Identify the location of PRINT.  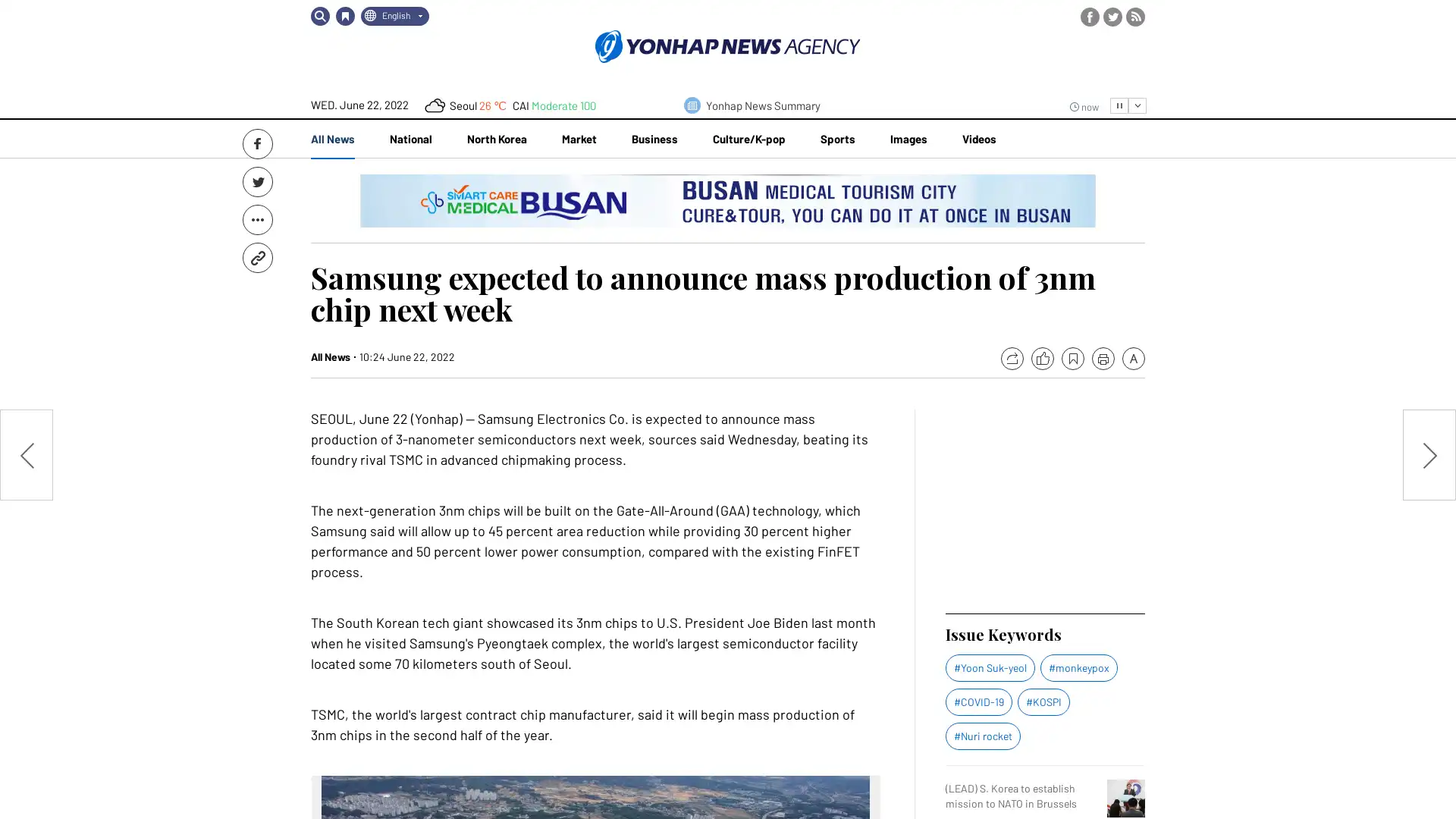
(1103, 359).